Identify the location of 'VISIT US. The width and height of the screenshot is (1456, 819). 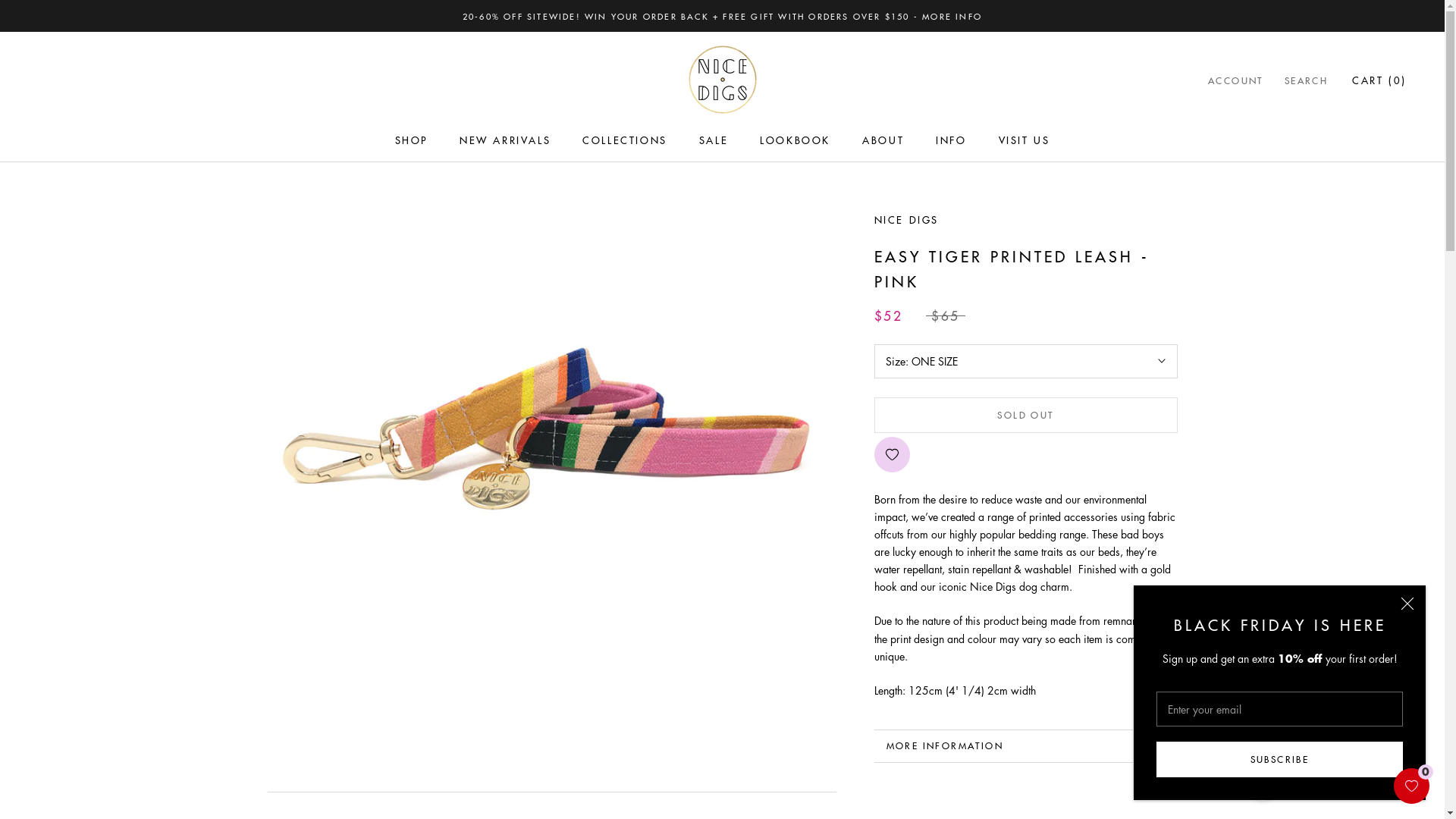
(998, 140).